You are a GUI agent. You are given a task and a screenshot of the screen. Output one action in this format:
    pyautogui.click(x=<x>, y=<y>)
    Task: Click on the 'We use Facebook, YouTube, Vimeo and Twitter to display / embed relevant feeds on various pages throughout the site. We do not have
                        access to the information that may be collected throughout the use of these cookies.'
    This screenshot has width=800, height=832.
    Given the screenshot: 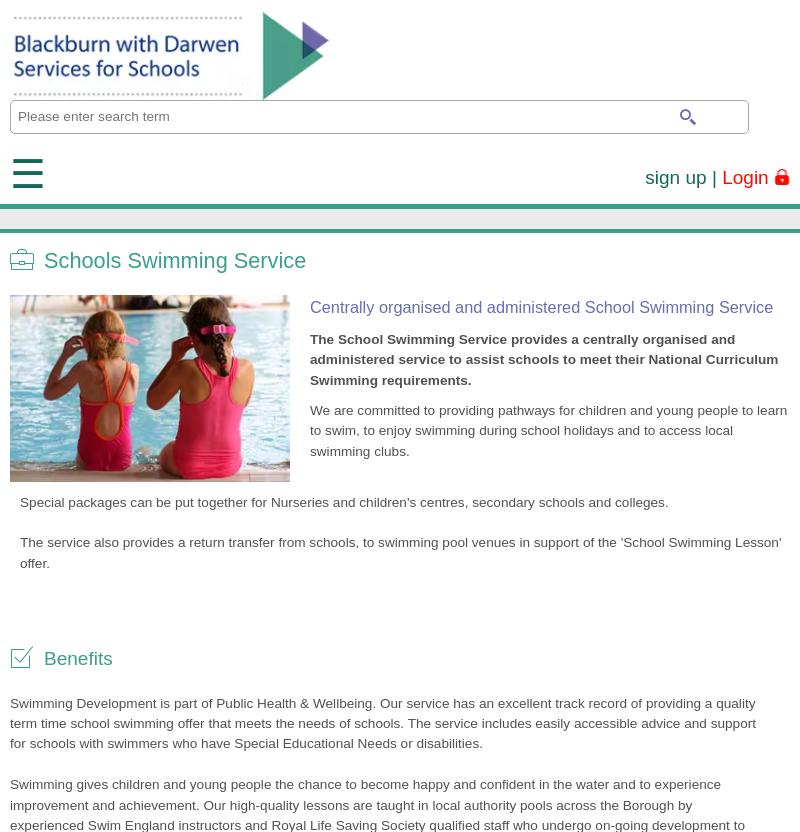 What is the action you would take?
    pyautogui.click(x=192, y=710)
    